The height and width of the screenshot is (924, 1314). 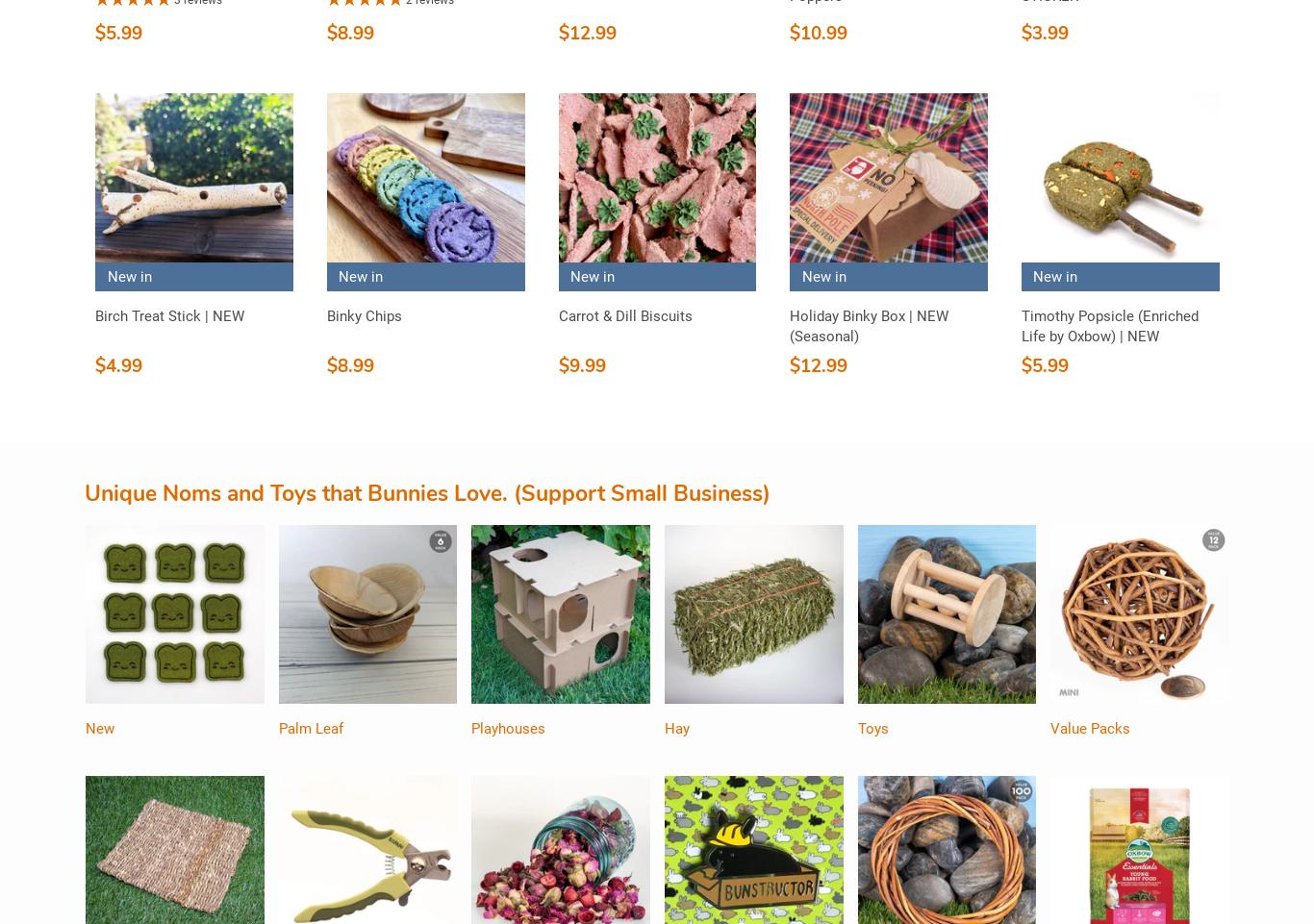 I want to click on 'Toys', so click(x=856, y=728).